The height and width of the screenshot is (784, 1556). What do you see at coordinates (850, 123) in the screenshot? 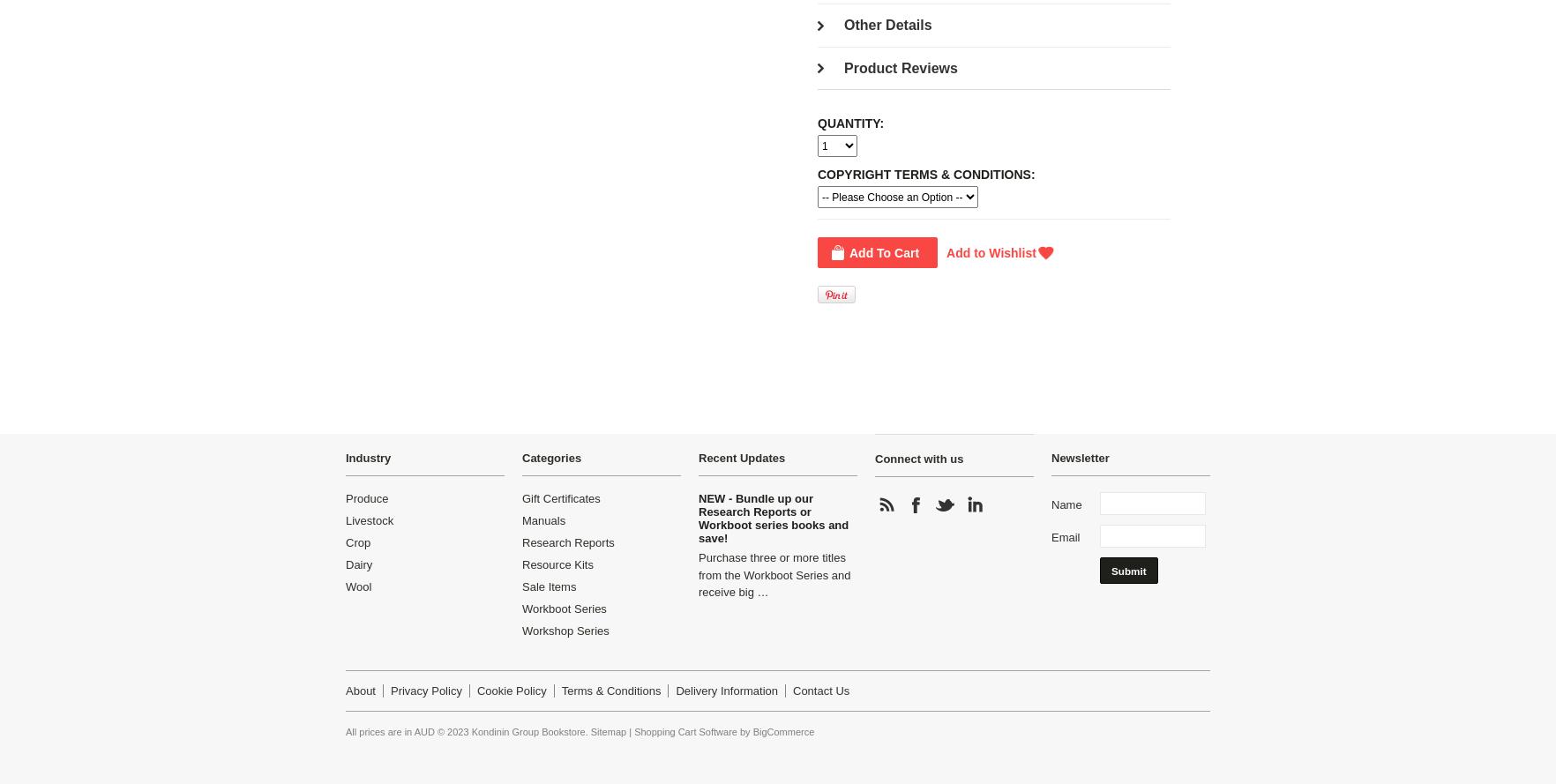
I see `'Quantity:'` at bounding box center [850, 123].